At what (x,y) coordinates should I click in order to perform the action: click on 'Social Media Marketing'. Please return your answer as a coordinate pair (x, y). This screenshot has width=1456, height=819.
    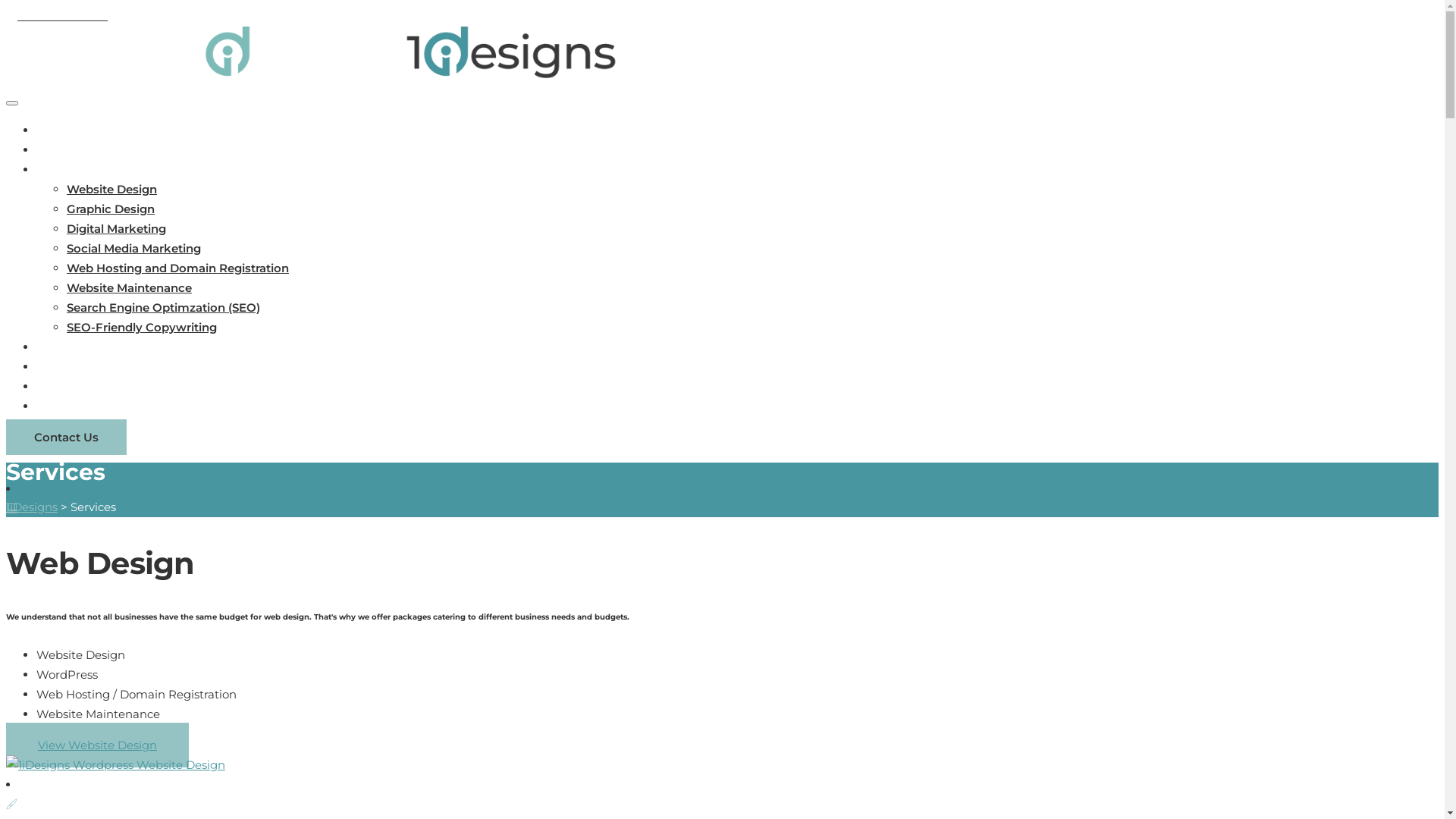
    Looking at the image, I should click on (133, 247).